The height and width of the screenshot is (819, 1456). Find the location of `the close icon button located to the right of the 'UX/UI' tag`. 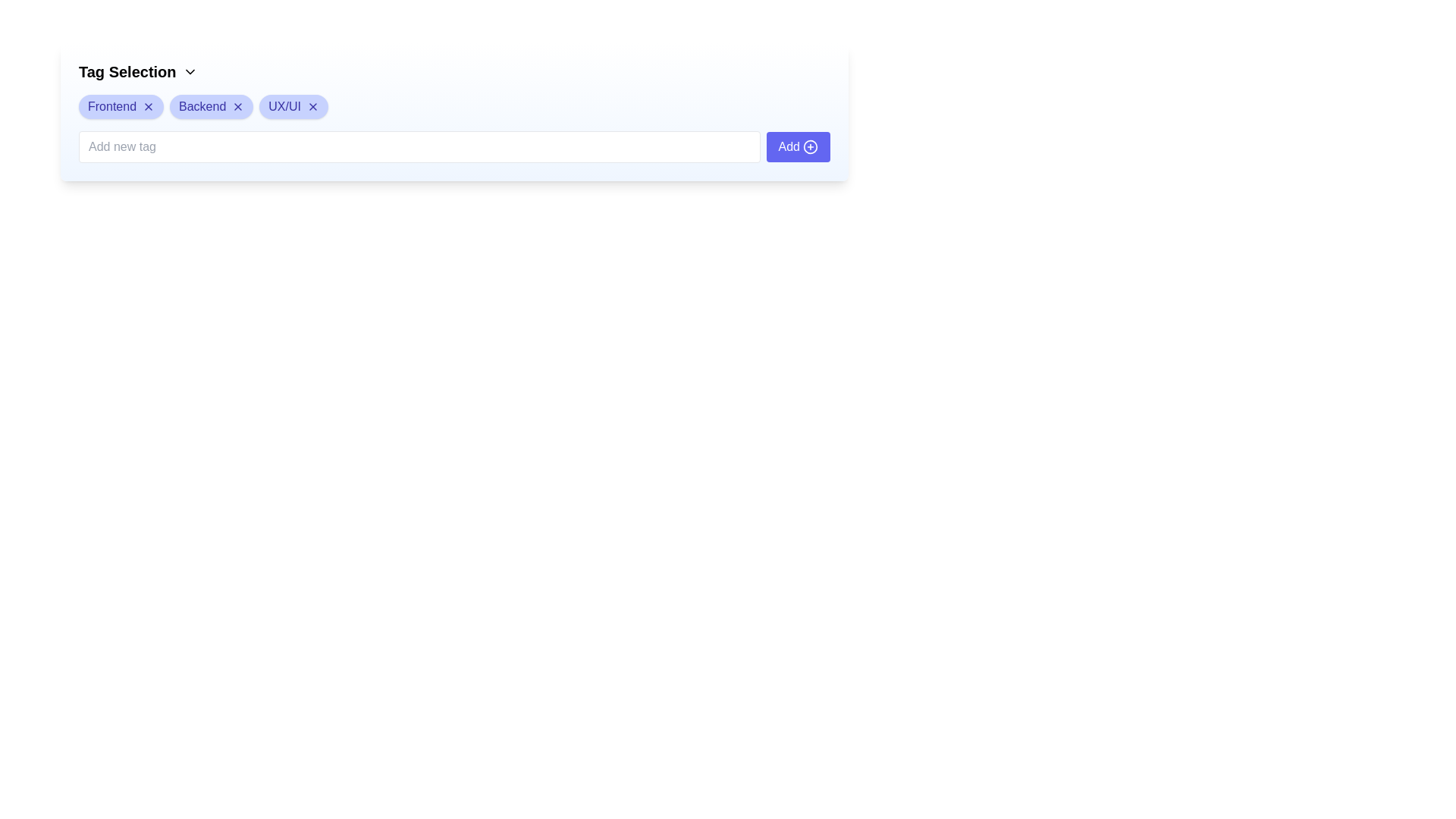

the close icon button located to the right of the 'UX/UI' tag is located at coordinates (312, 106).